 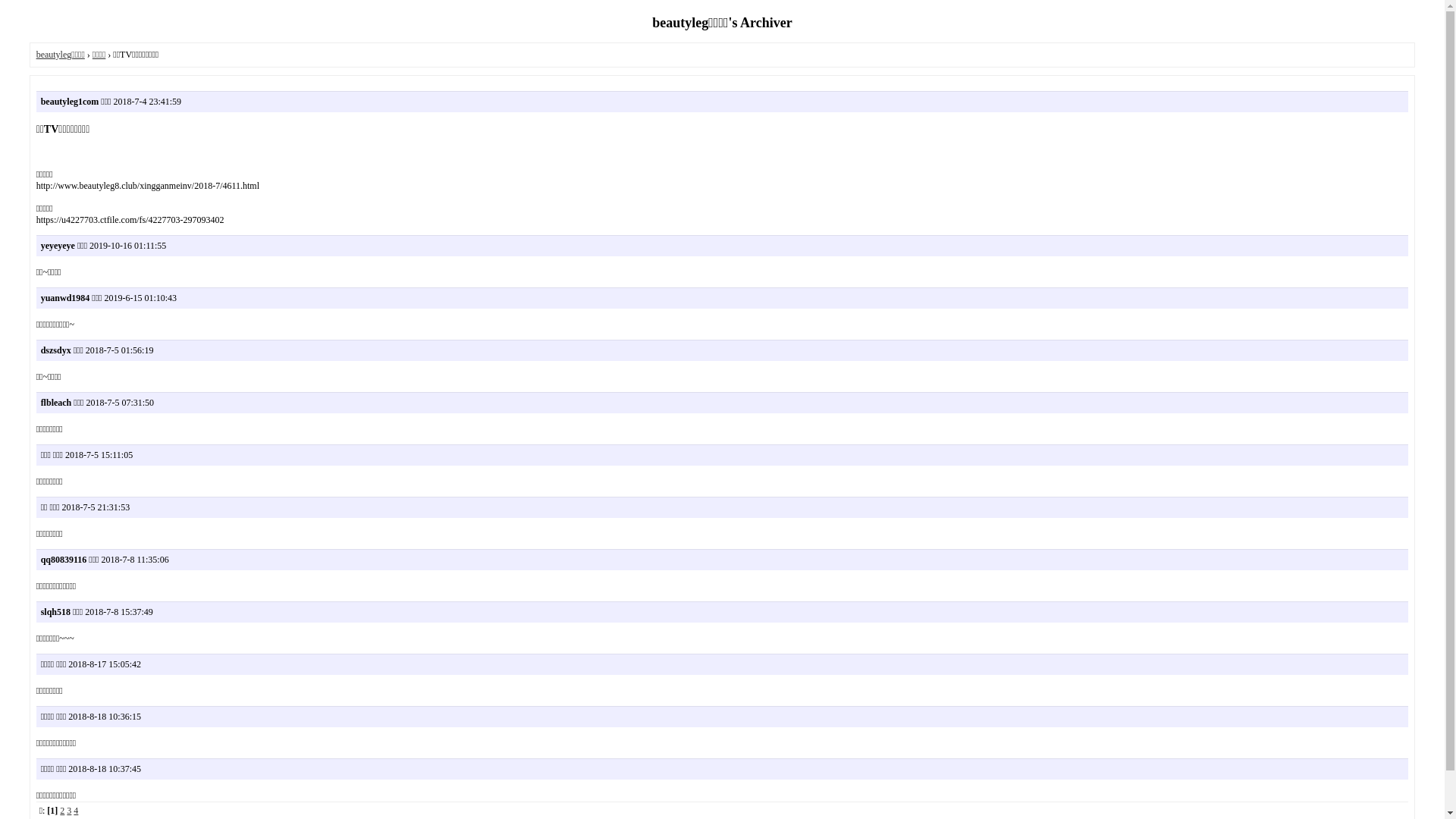 What do you see at coordinates (68, 809) in the screenshot?
I see `'3'` at bounding box center [68, 809].